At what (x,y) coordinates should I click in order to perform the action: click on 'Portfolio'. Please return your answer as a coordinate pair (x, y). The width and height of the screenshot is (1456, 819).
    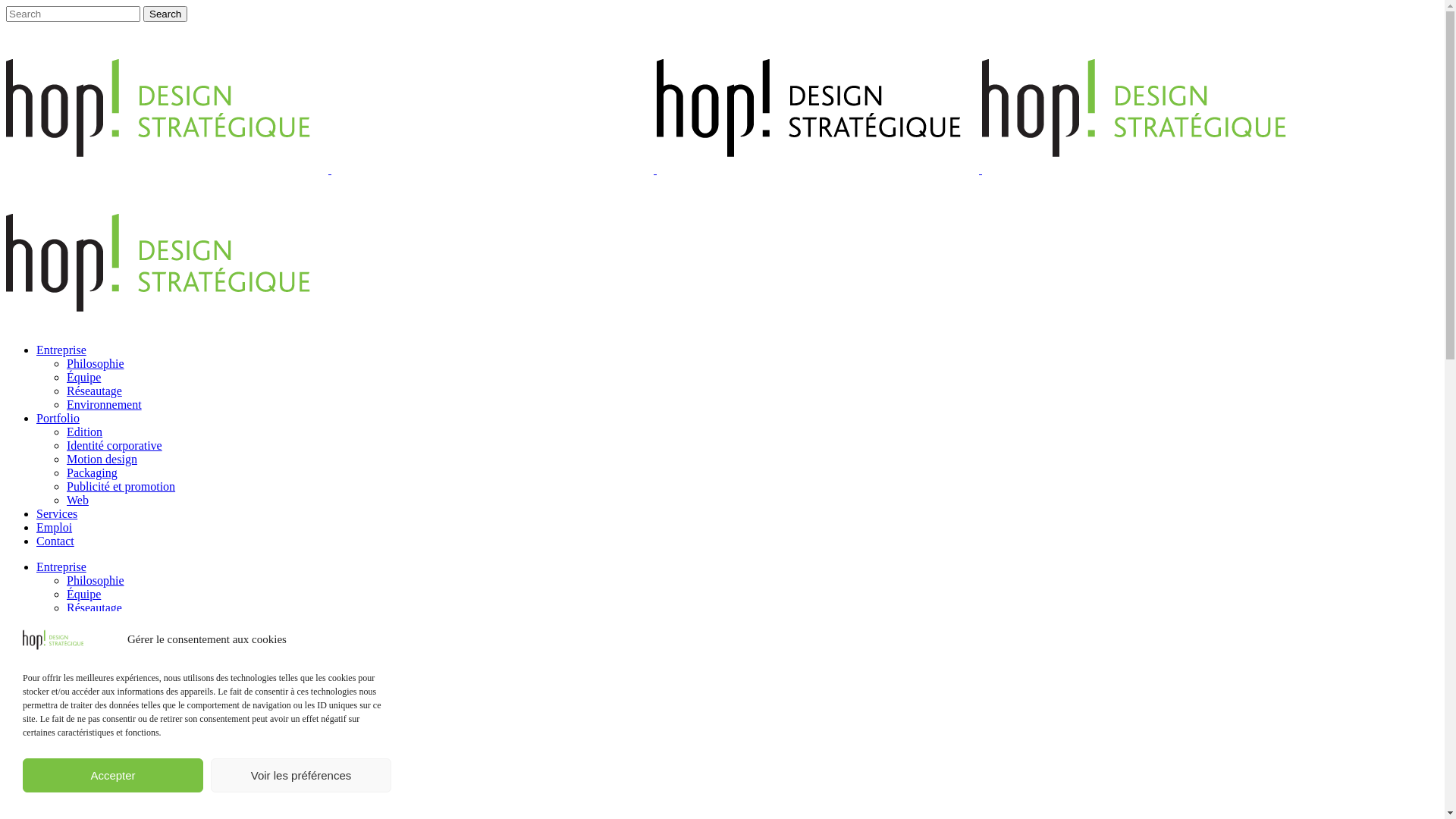
    Looking at the image, I should click on (36, 418).